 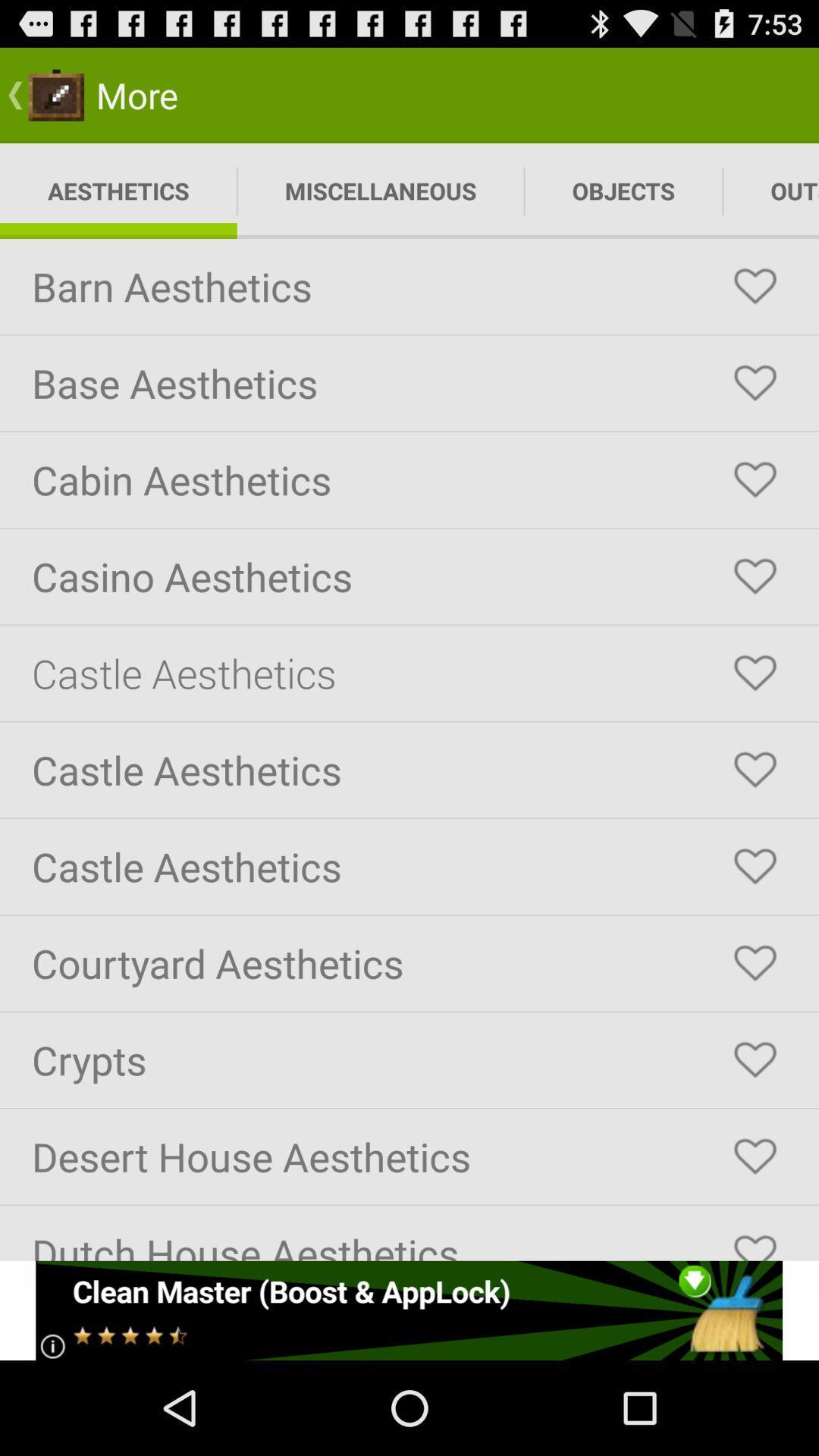 What do you see at coordinates (755, 1156) in the screenshot?
I see `option` at bounding box center [755, 1156].